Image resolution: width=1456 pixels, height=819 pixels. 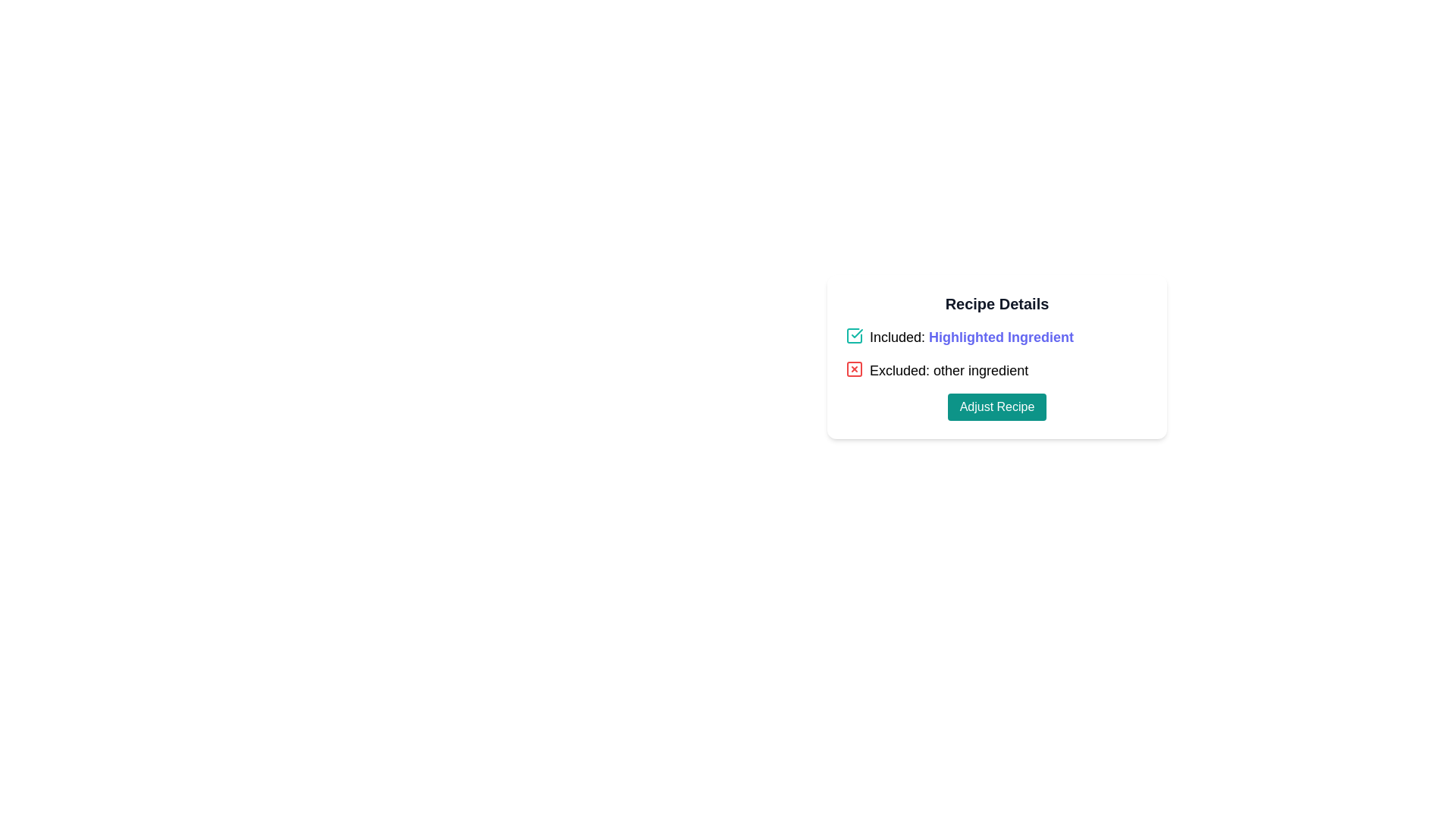 What do you see at coordinates (997, 371) in the screenshot?
I see `the Label with icon indicating that 'other ingredient' has been excluded from the ingredient list, positioned below 'Included: Highlighted Ingredient' and above the 'Adjust Recipe' button` at bounding box center [997, 371].